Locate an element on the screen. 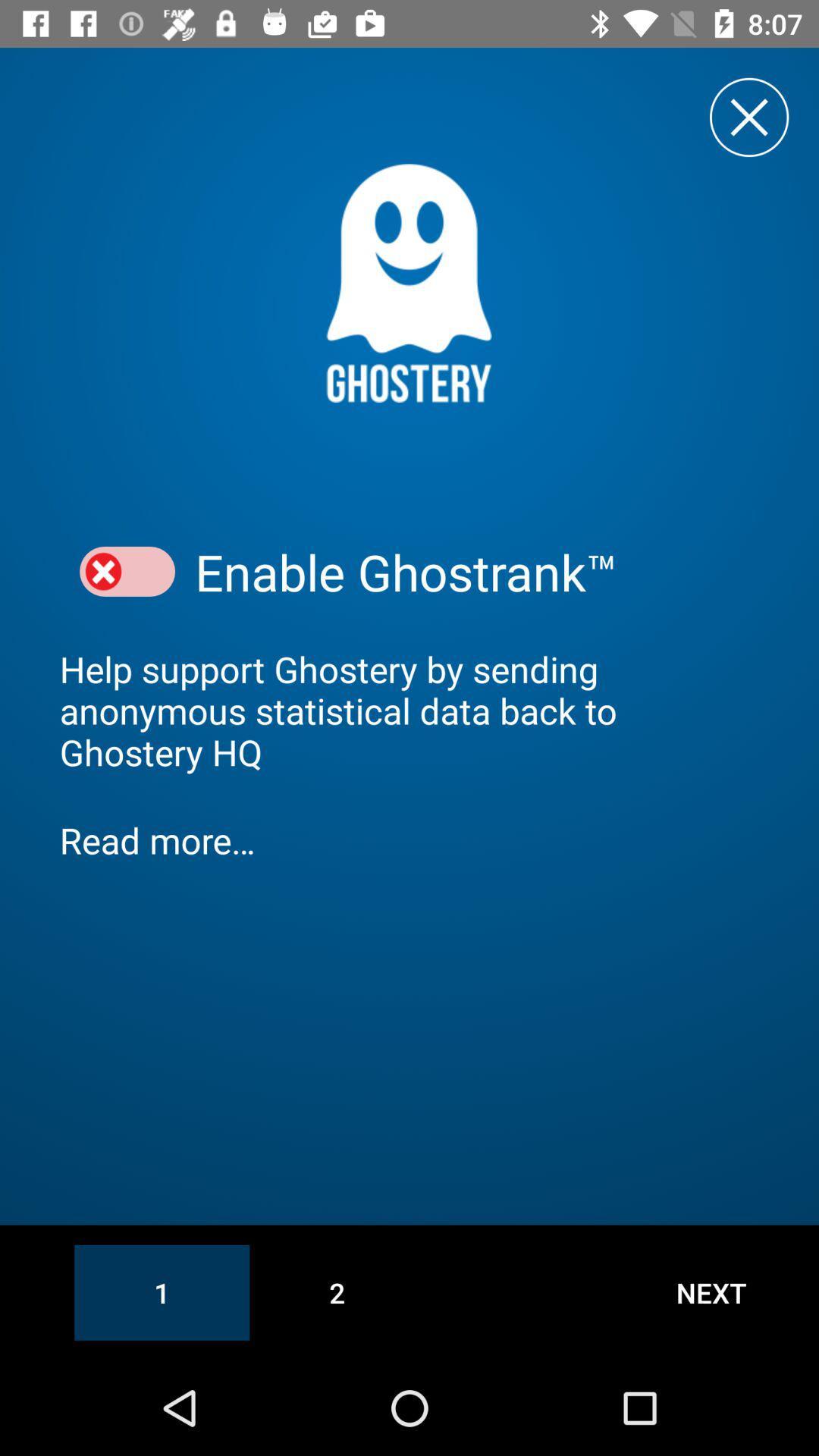 Image resolution: width=819 pixels, height=1456 pixels. pop-up is located at coordinates (748, 116).